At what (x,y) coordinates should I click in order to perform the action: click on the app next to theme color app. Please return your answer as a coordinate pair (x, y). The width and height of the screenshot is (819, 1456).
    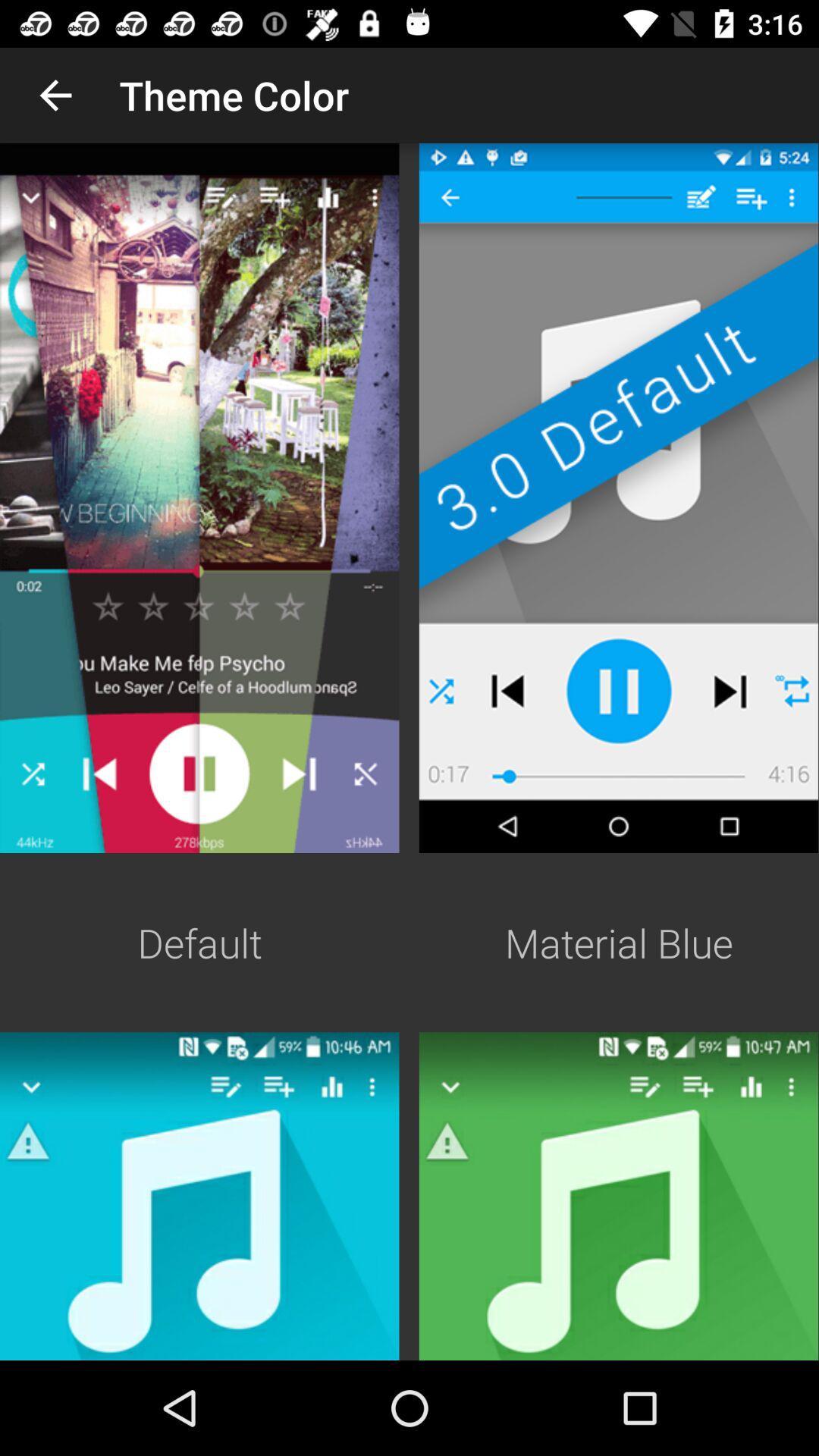
    Looking at the image, I should click on (55, 94).